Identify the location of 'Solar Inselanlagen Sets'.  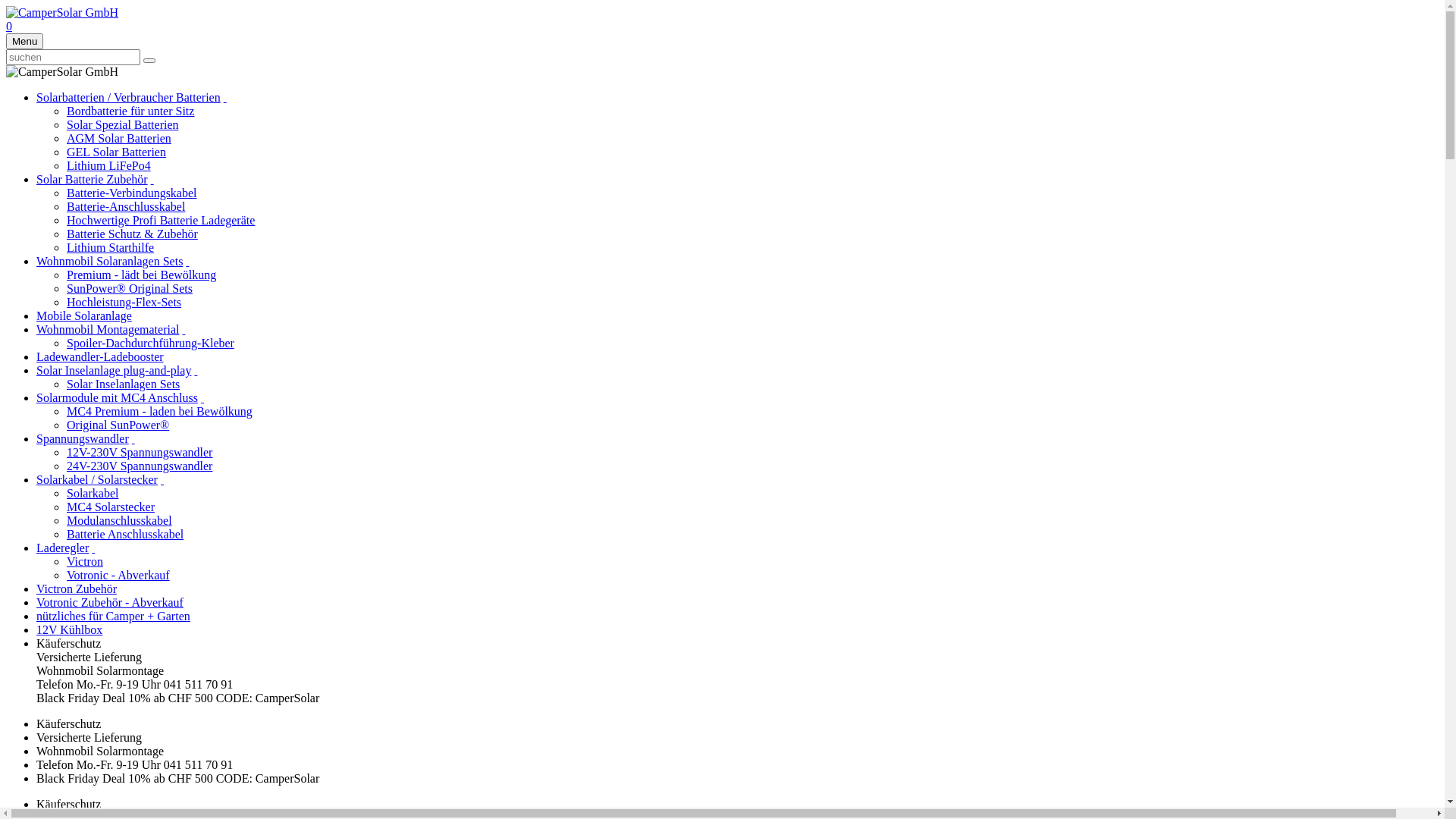
(123, 383).